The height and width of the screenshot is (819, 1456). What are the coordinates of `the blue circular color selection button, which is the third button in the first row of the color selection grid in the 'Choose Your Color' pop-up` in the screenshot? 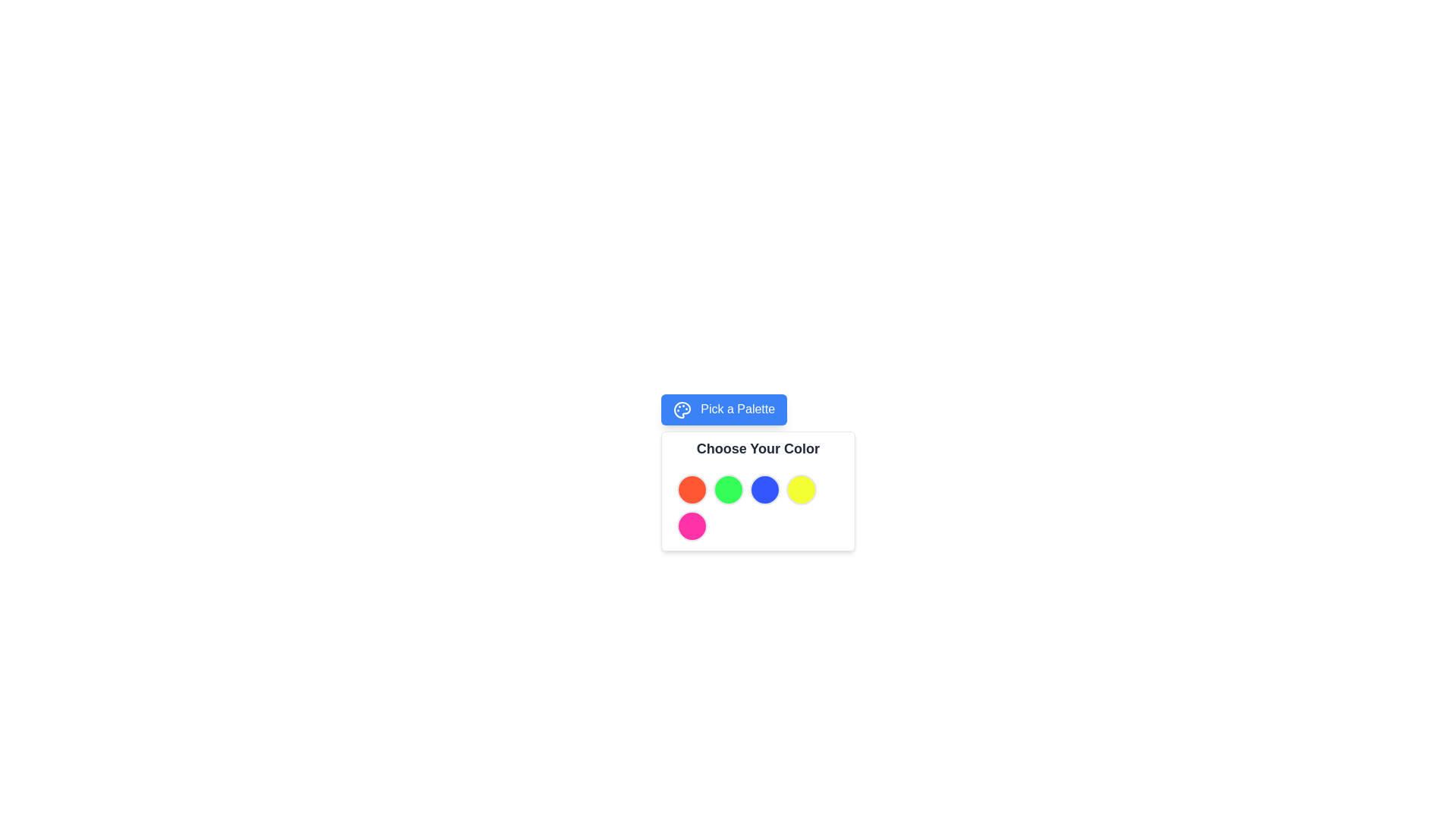 It's located at (758, 491).